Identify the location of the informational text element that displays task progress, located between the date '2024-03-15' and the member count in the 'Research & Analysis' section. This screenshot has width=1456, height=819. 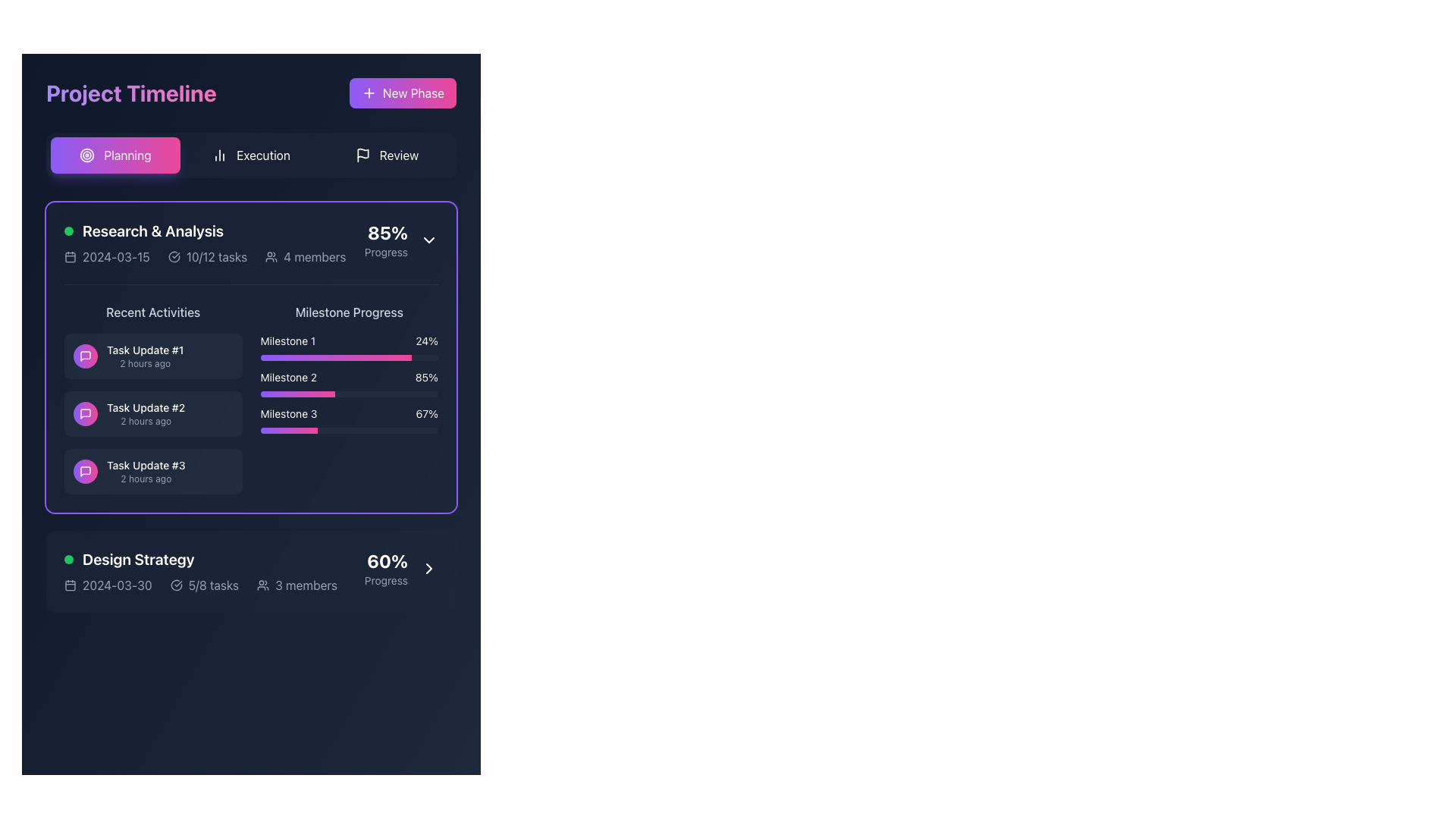
(206, 256).